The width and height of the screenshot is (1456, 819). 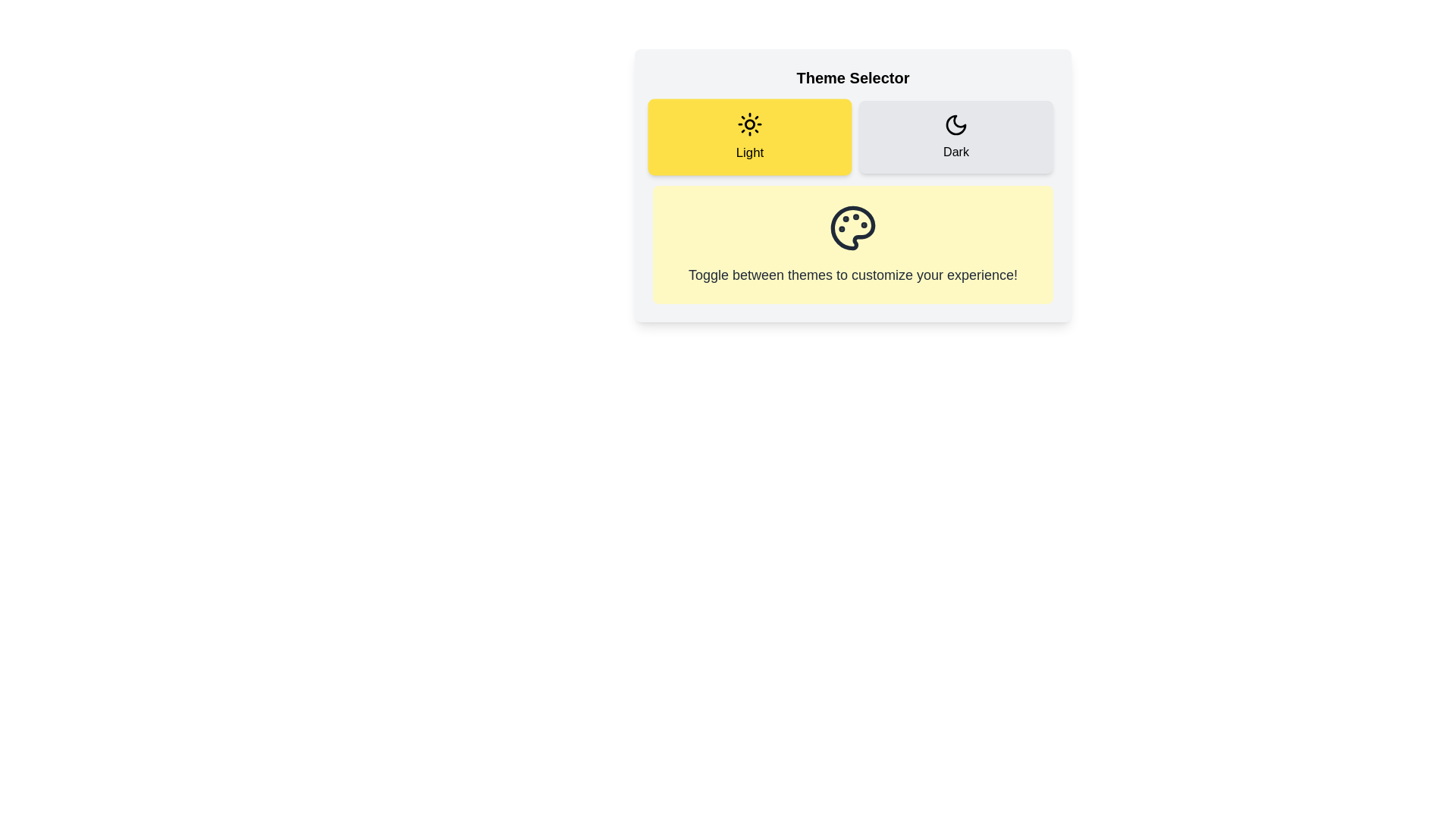 I want to click on the text label that describes the 'Light' theme option, located below the sun icon in the Theme Selector interface, so click(x=749, y=152).